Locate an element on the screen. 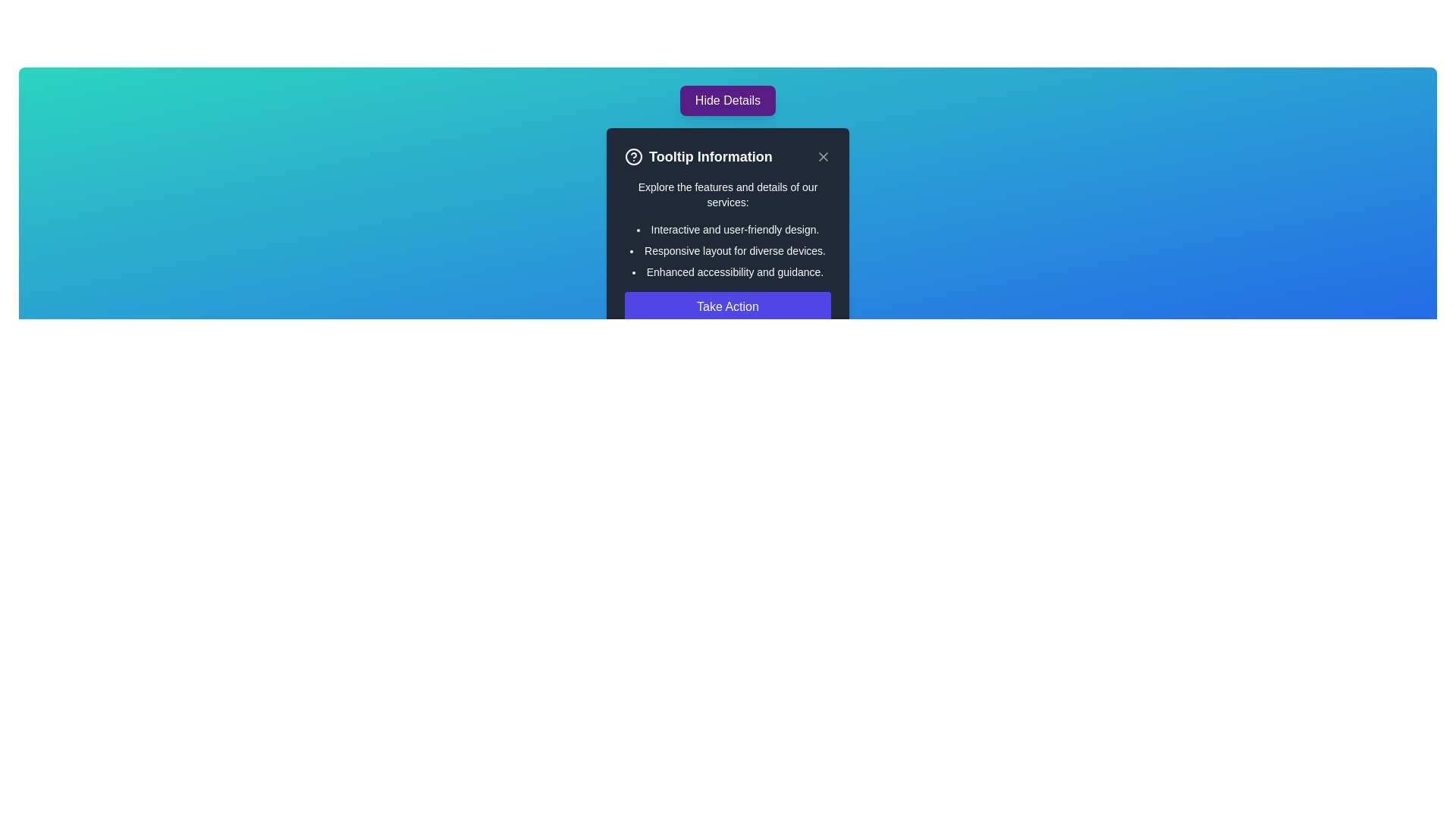 The image size is (1456, 819). the circular outline of the help icon located in the header of the tooltip card, which is positioned to the immediate left of the title text 'Tooltip Information' is located at coordinates (633, 157).